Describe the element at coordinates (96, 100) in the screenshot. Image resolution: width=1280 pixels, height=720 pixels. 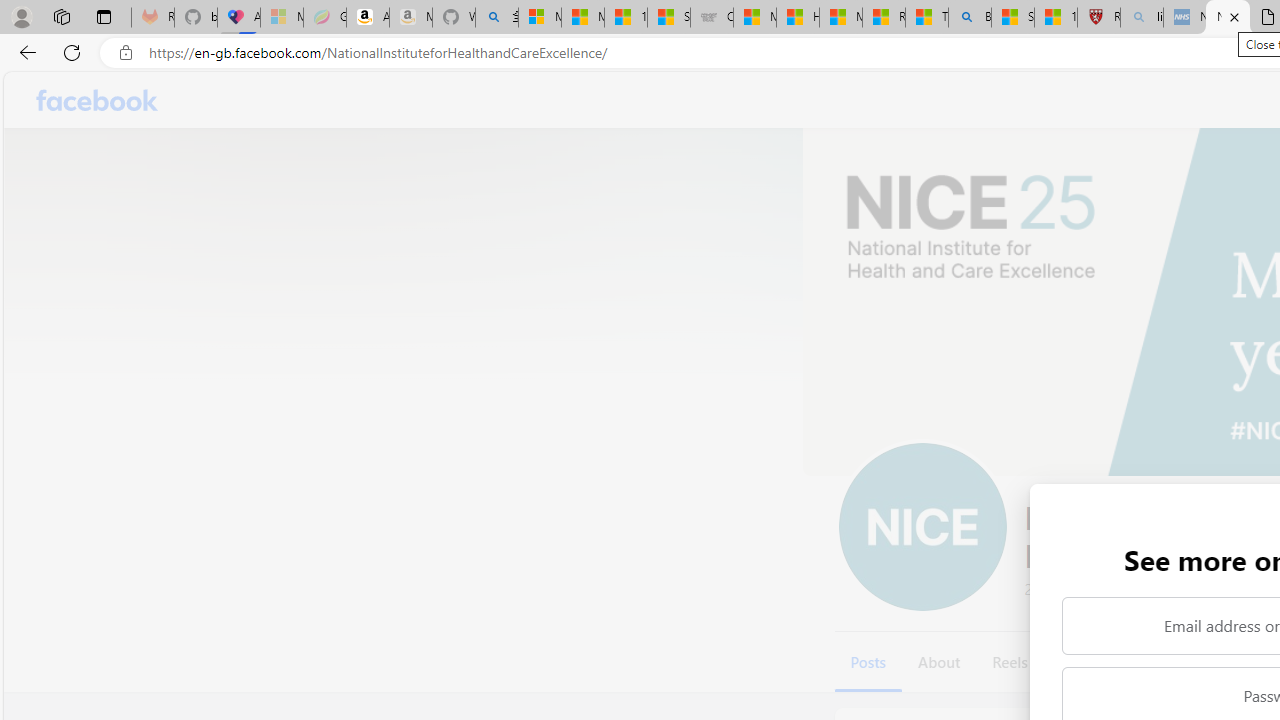
I see `'Facebook'` at that location.